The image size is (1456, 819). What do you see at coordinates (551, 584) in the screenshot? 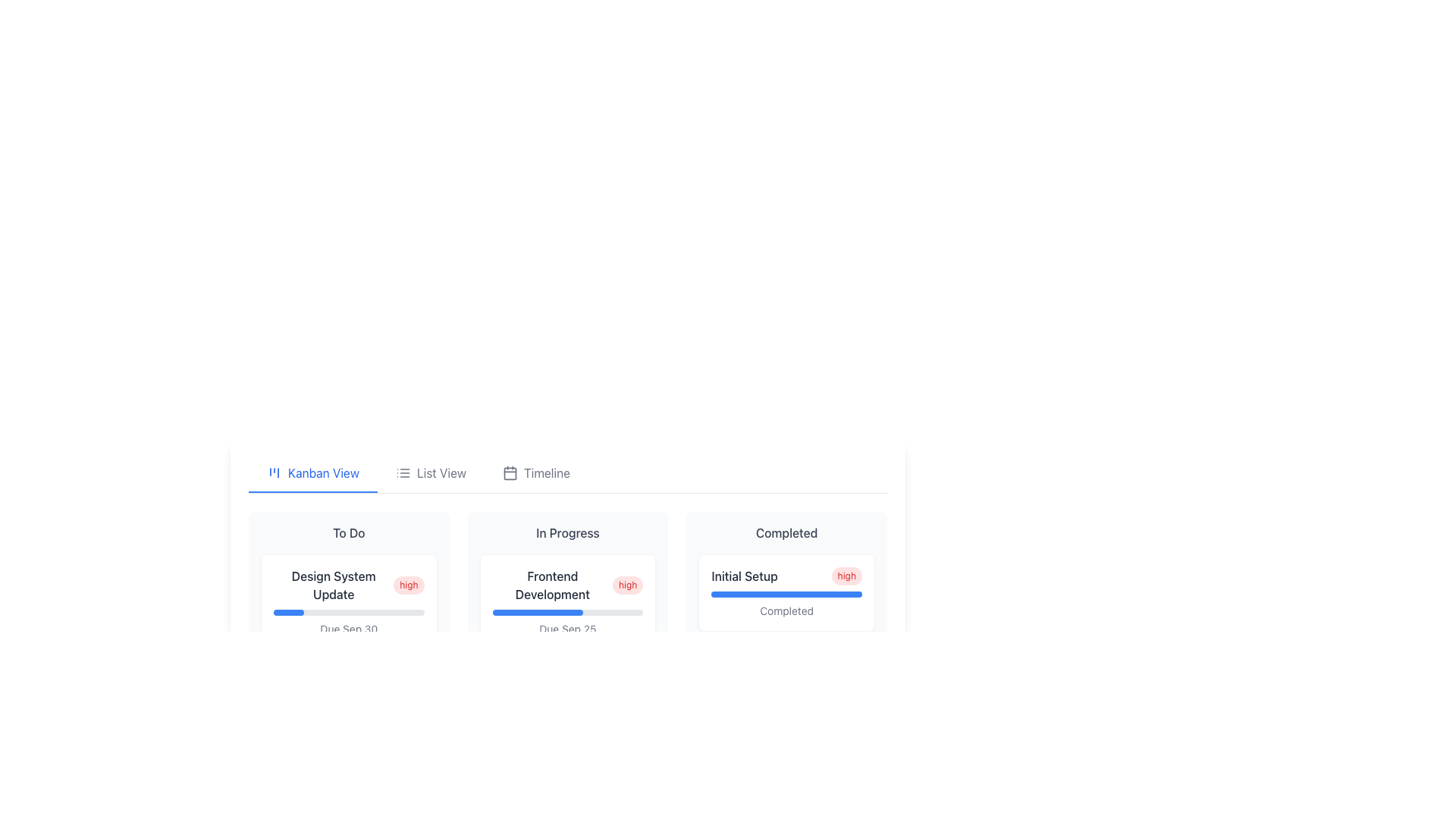
I see `the static text display showing 'Frontend Development' in the 'In Progress' column of the Kanban view` at bounding box center [551, 584].